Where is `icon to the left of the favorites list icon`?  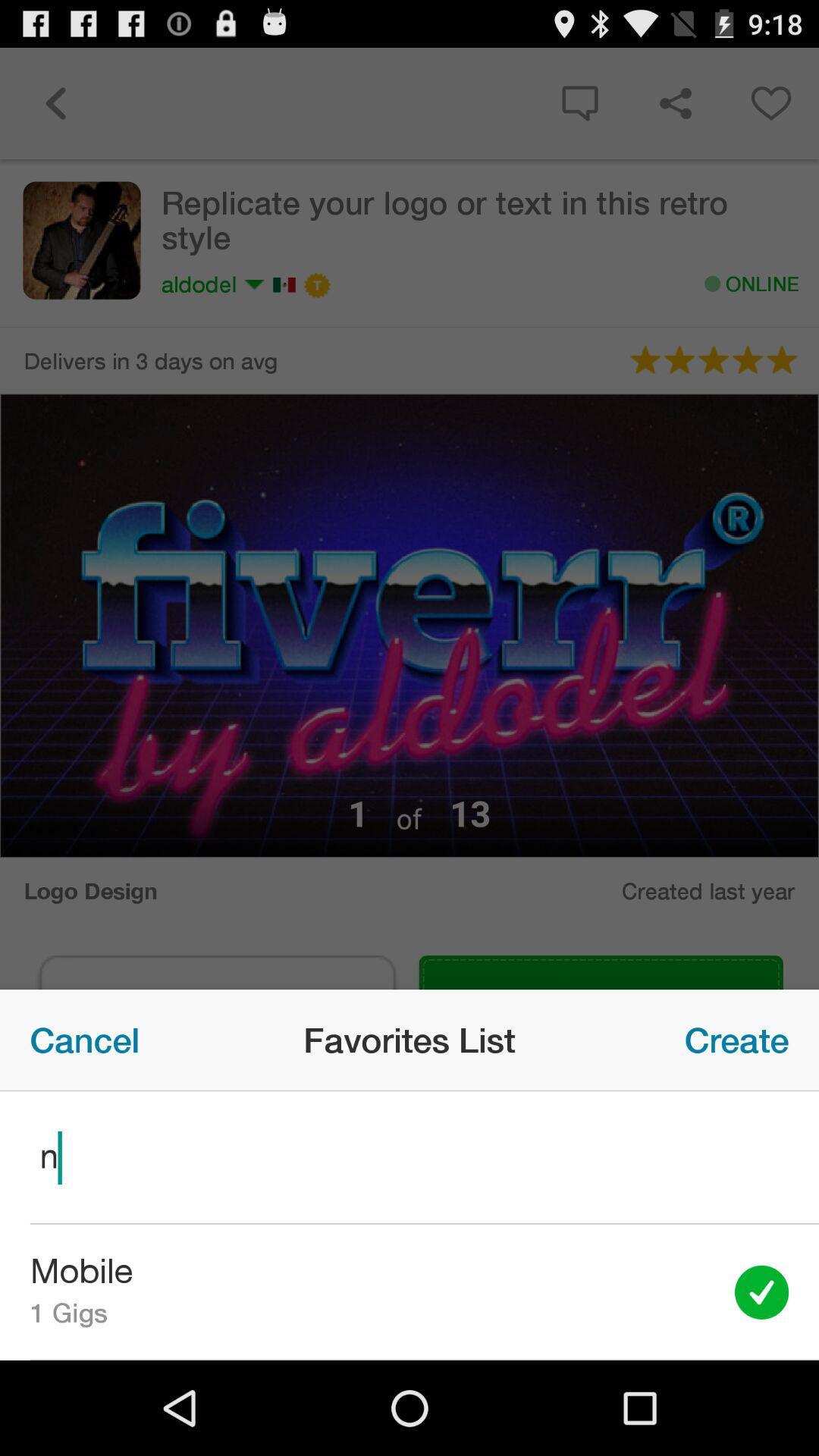 icon to the left of the favorites list icon is located at coordinates (84, 1039).